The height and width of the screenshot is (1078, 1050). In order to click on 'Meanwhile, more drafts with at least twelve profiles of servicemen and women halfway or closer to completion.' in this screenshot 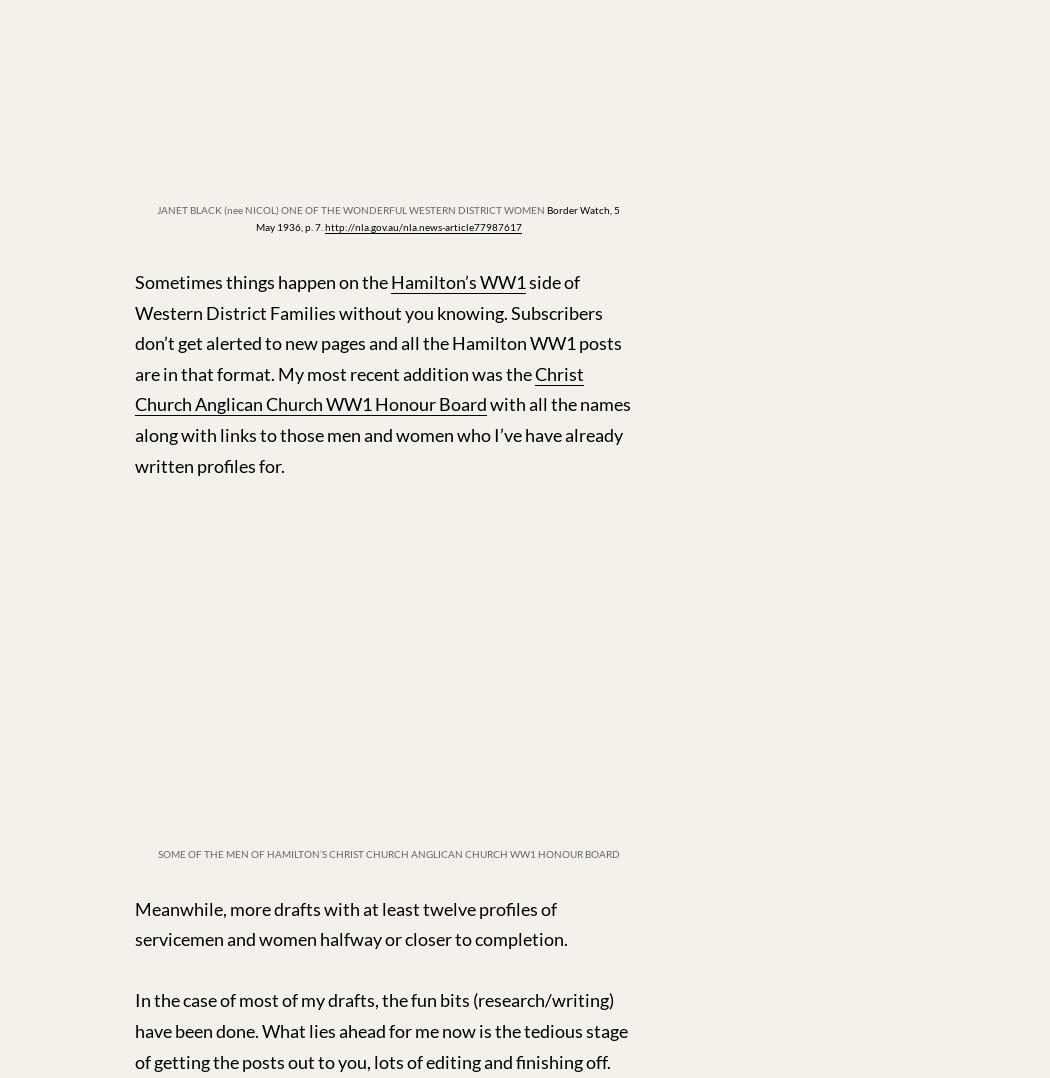, I will do `click(350, 923)`.